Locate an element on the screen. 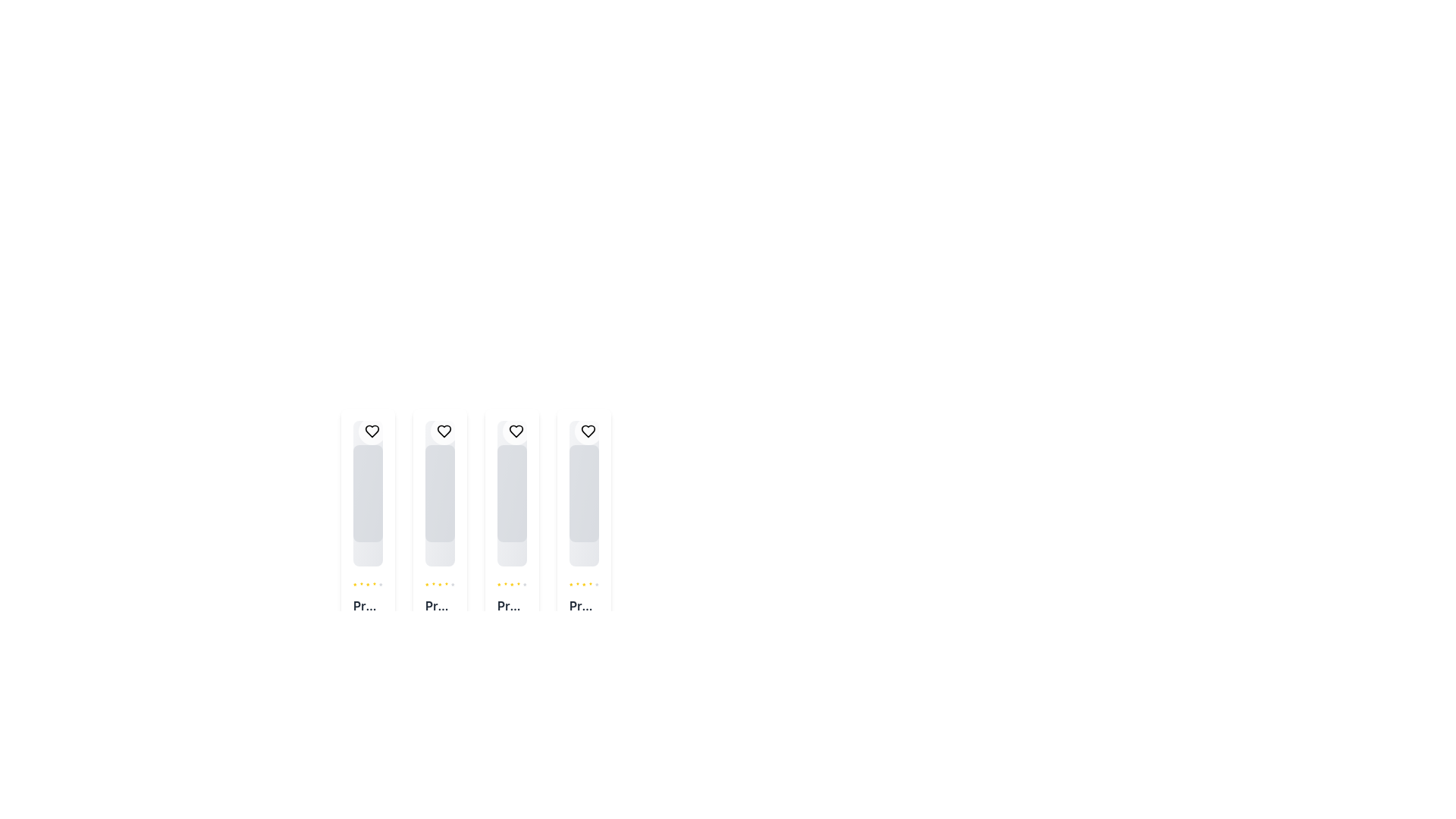 The height and width of the screenshot is (819, 1456). the second column Placeholder element in the horizontal row of four columns, which serves as a decorative or loading component is located at coordinates (439, 494).